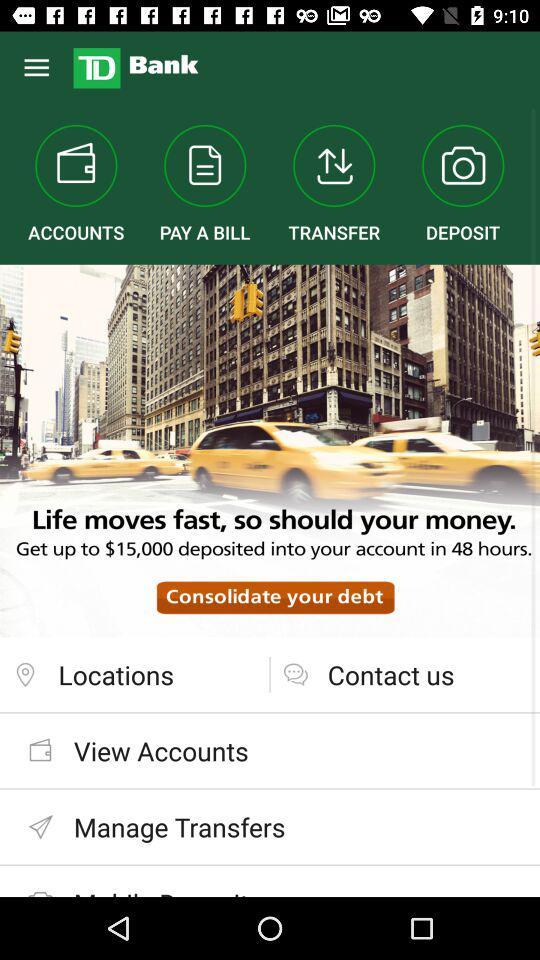 Image resolution: width=540 pixels, height=960 pixels. I want to click on the view accounts icon, so click(270, 749).